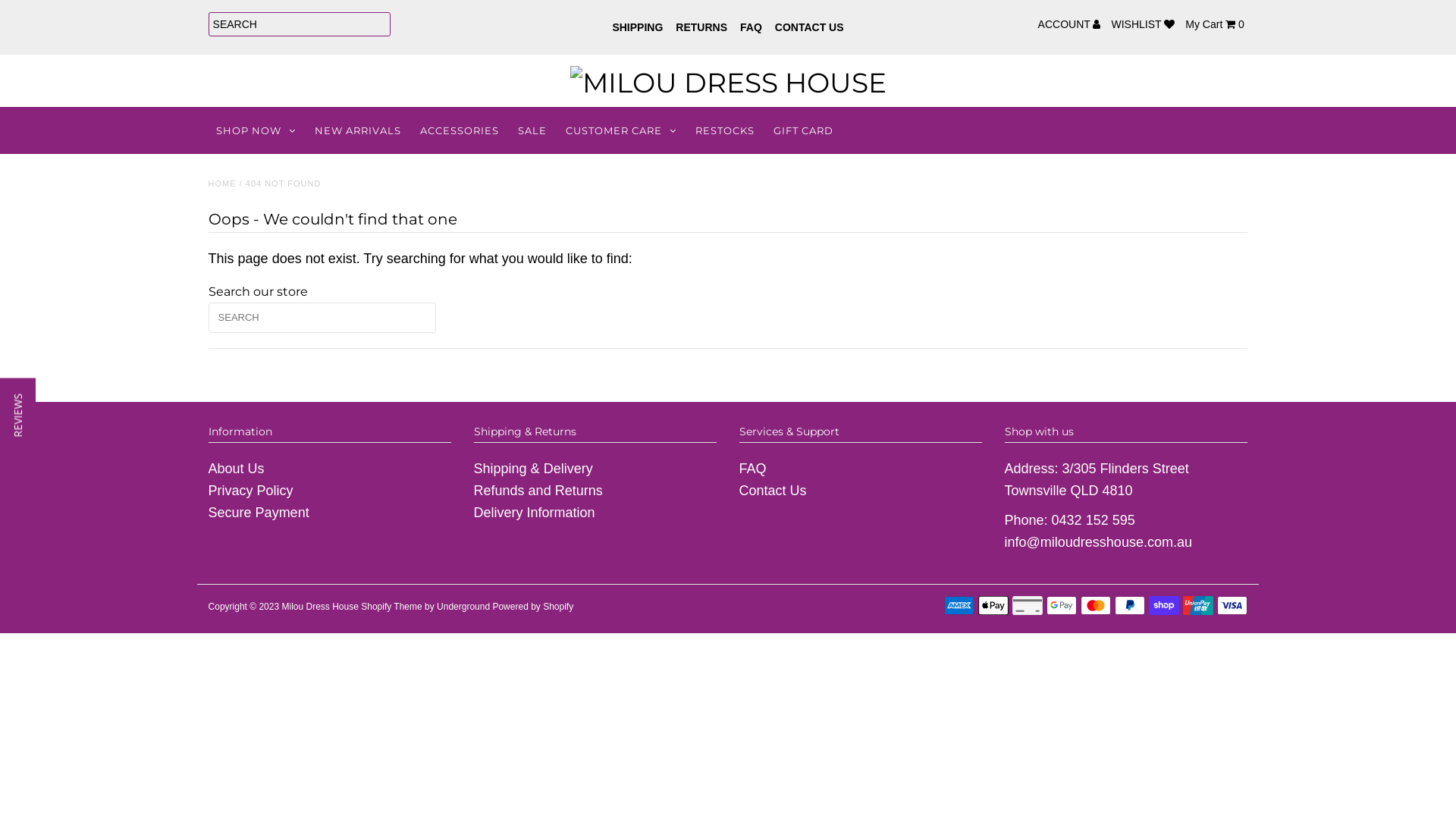  I want to click on 'Shipping & Delivery', so click(533, 467).